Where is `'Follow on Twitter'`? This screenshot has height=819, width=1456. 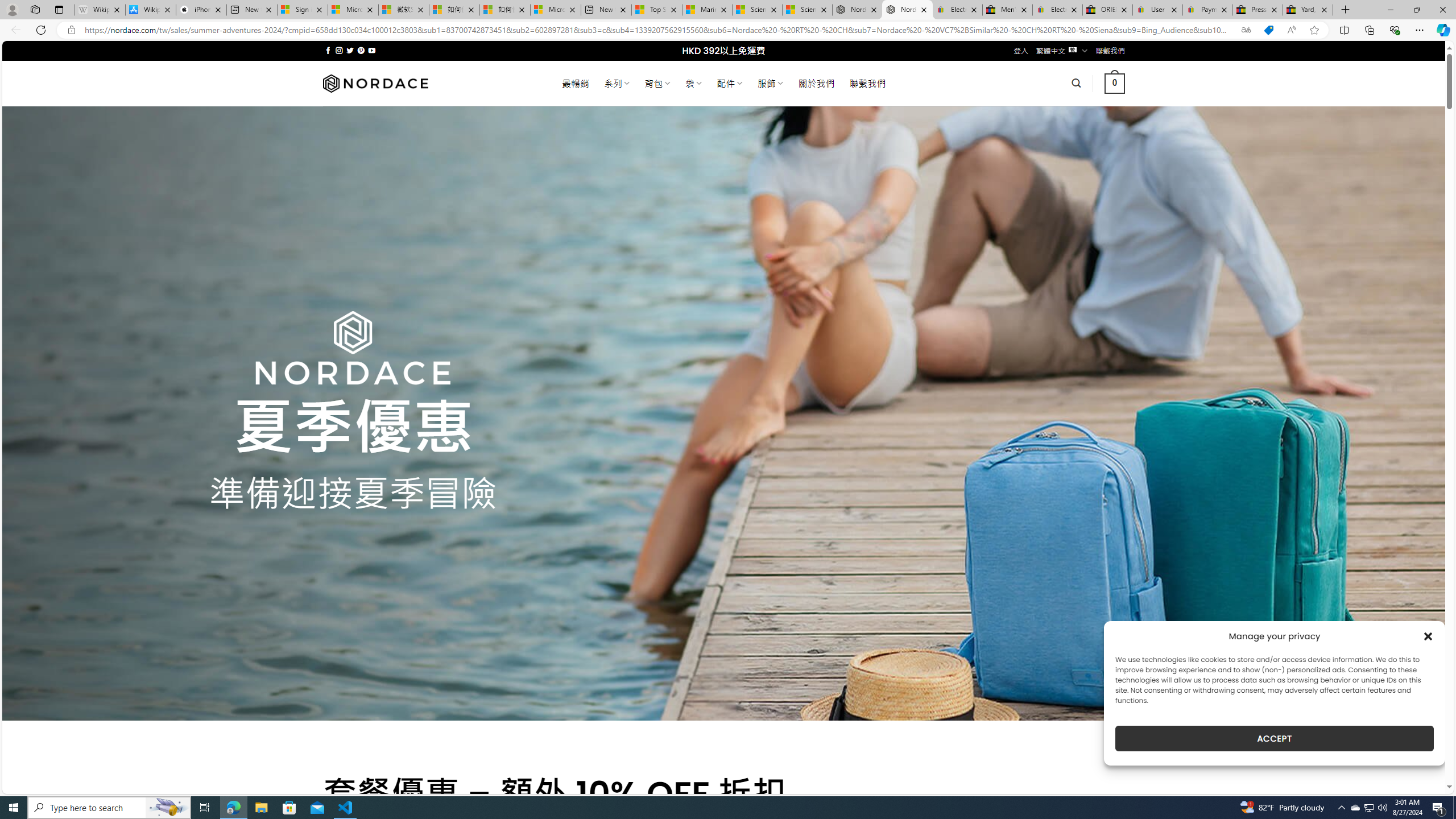
'Follow on Twitter' is located at coordinates (350, 50).